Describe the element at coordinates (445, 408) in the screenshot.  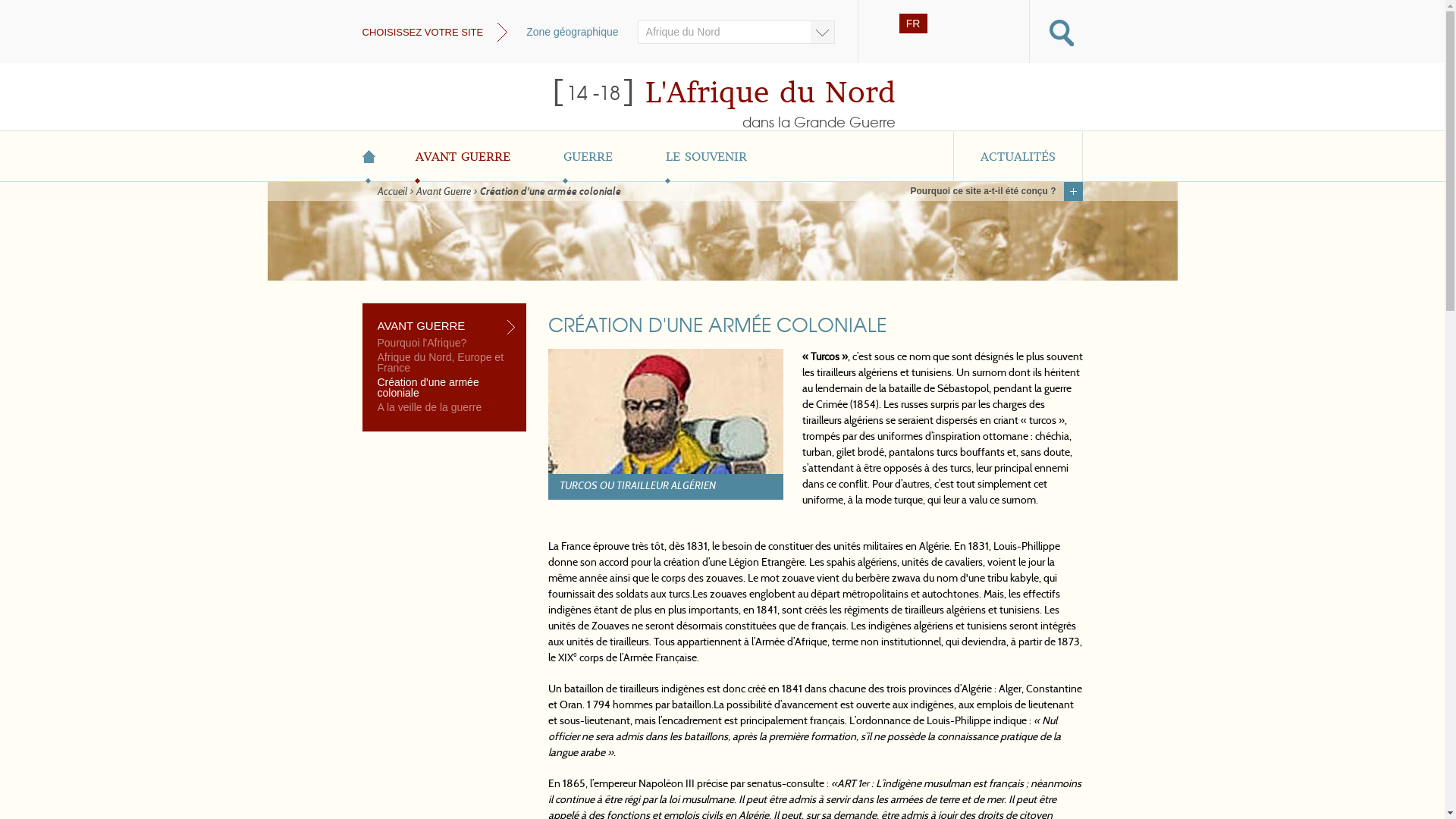
I see `'A la veille de la guerre'` at that location.